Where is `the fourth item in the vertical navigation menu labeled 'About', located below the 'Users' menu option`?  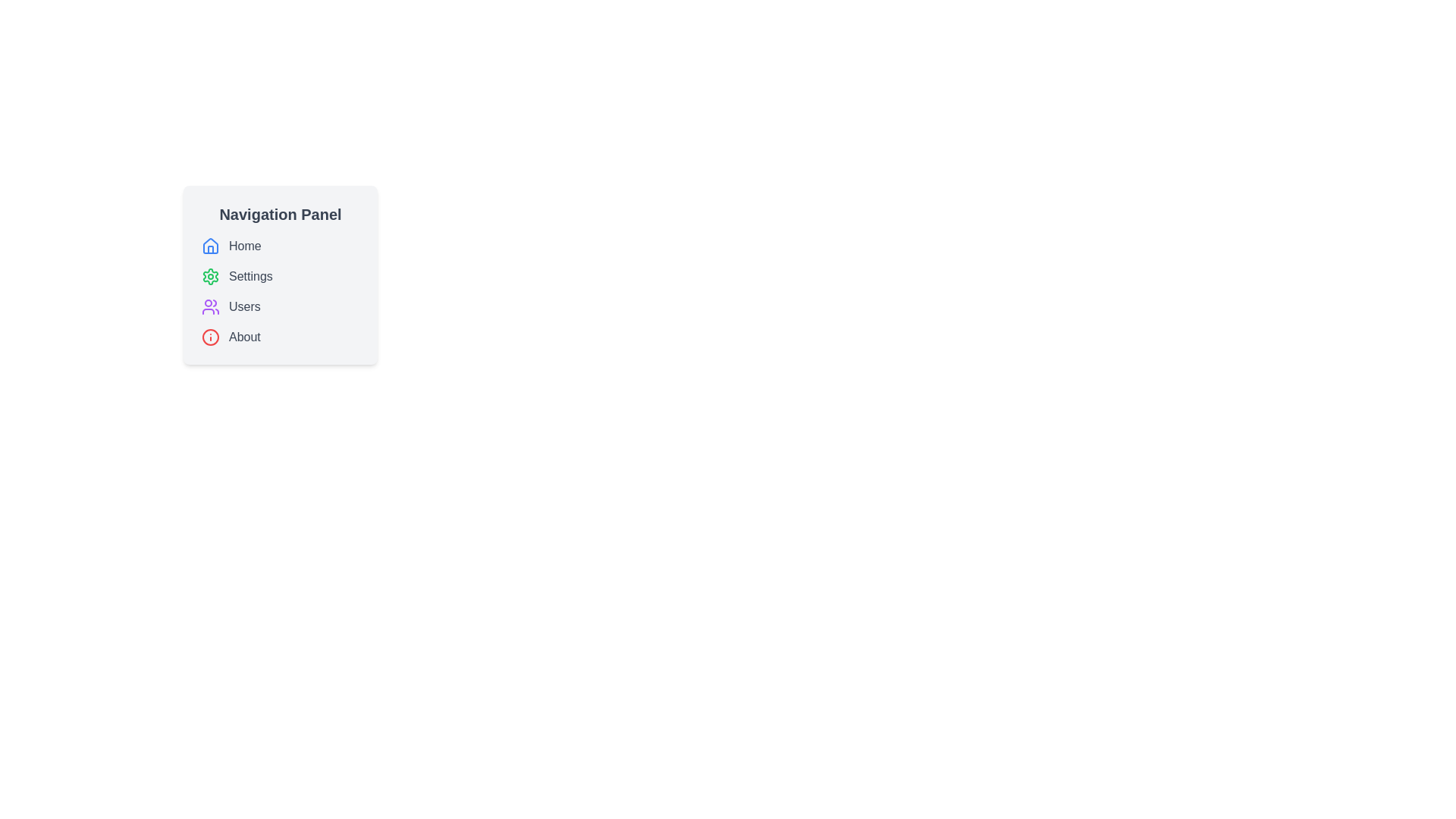
the fourth item in the vertical navigation menu labeled 'About', located below the 'Users' menu option is located at coordinates (280, 336).